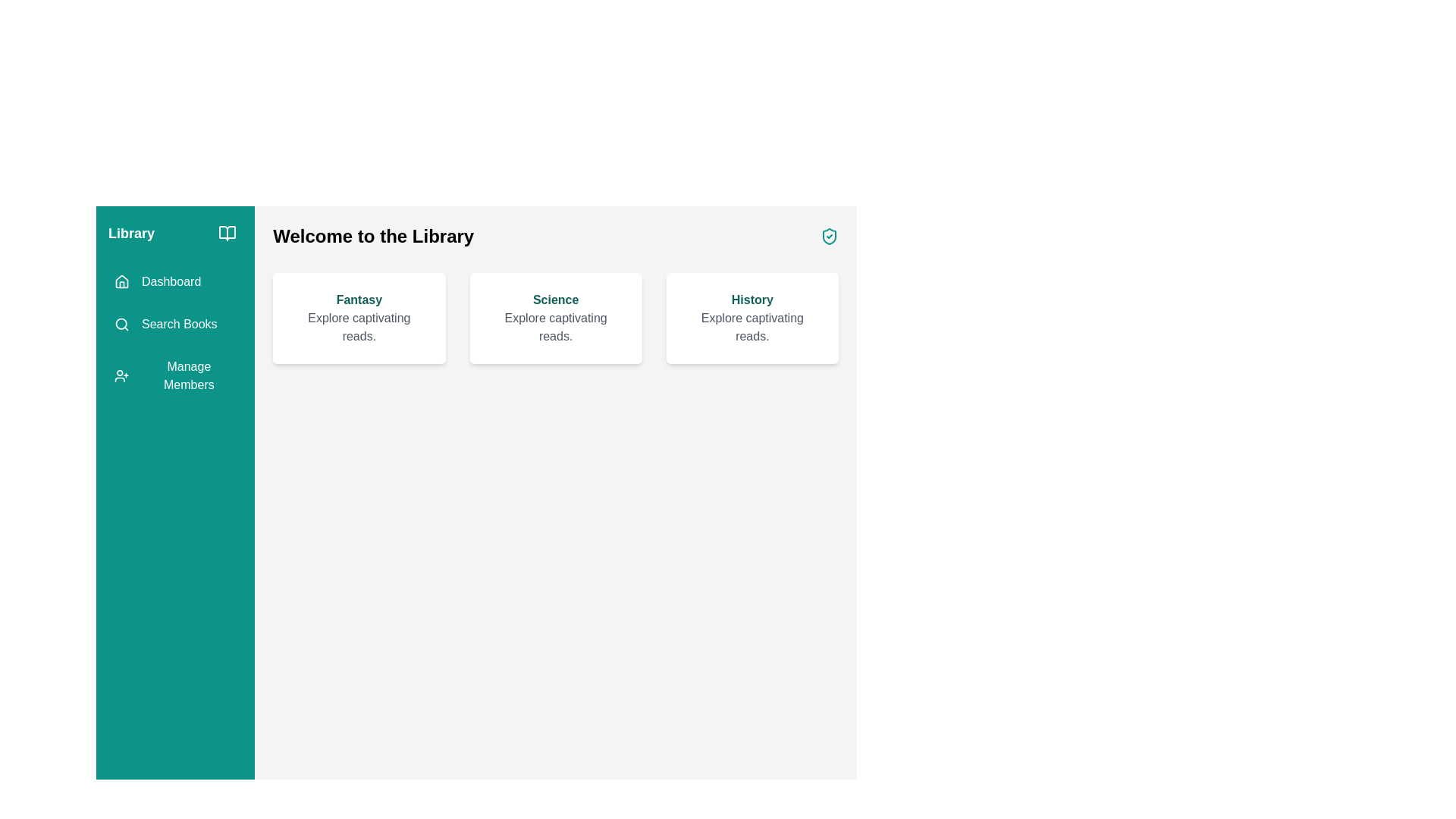 This screenshot has width=1456, height=819. I want to click on the magnifying glass icon that symbolizes the search function, located to the left of the text 'Search Books' in the second entry of the vertically arranged navigation menu, so click(122, 324).